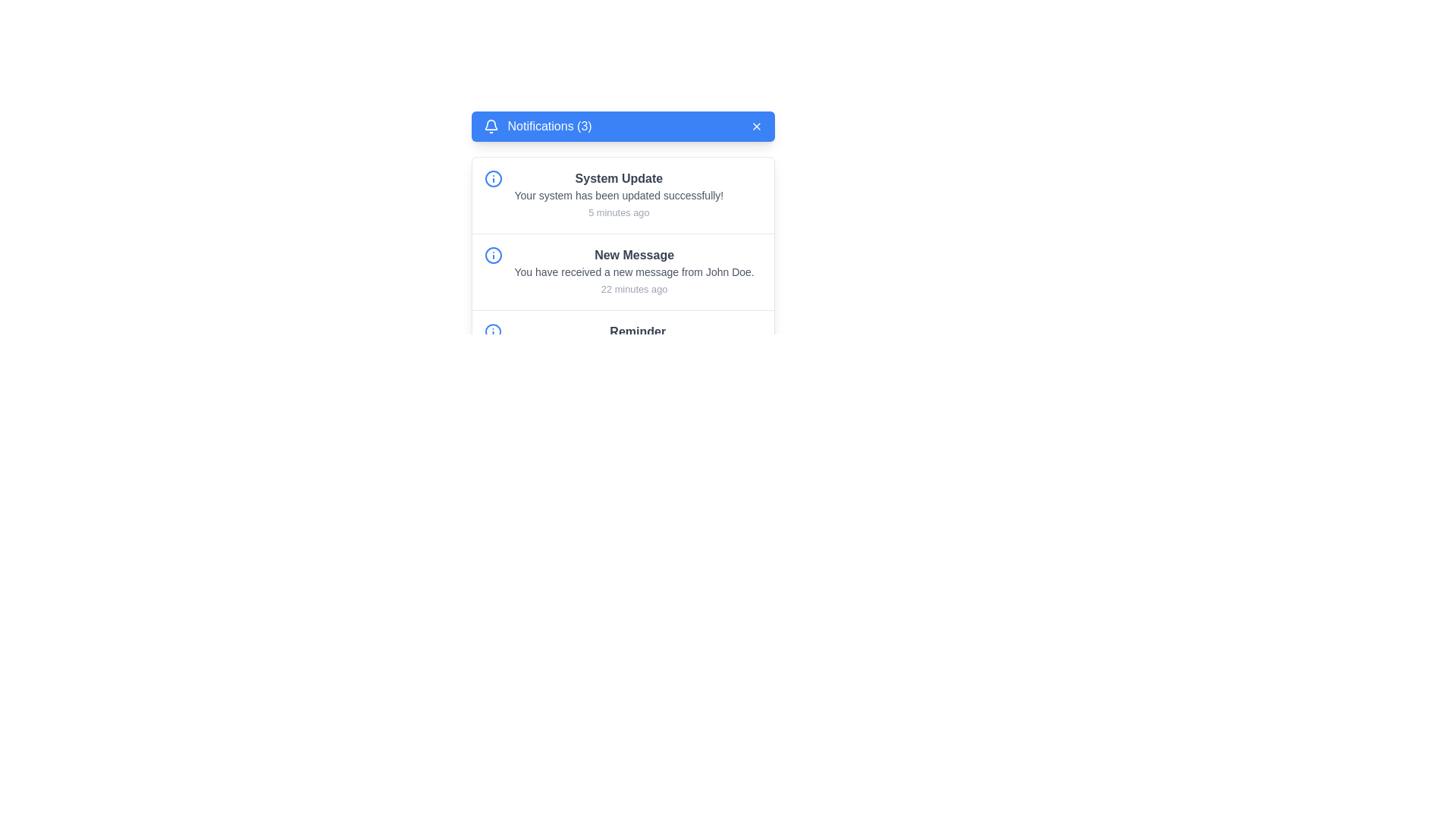 This screenshot has width=1456, height=819. What do you see at coordinates (548, 125) in the screenshot?
I see `the informational text element displaying 'Notifications (3)' which indicates unread notifications, located at the top-left of the interface` at bounding box center [548, 125].